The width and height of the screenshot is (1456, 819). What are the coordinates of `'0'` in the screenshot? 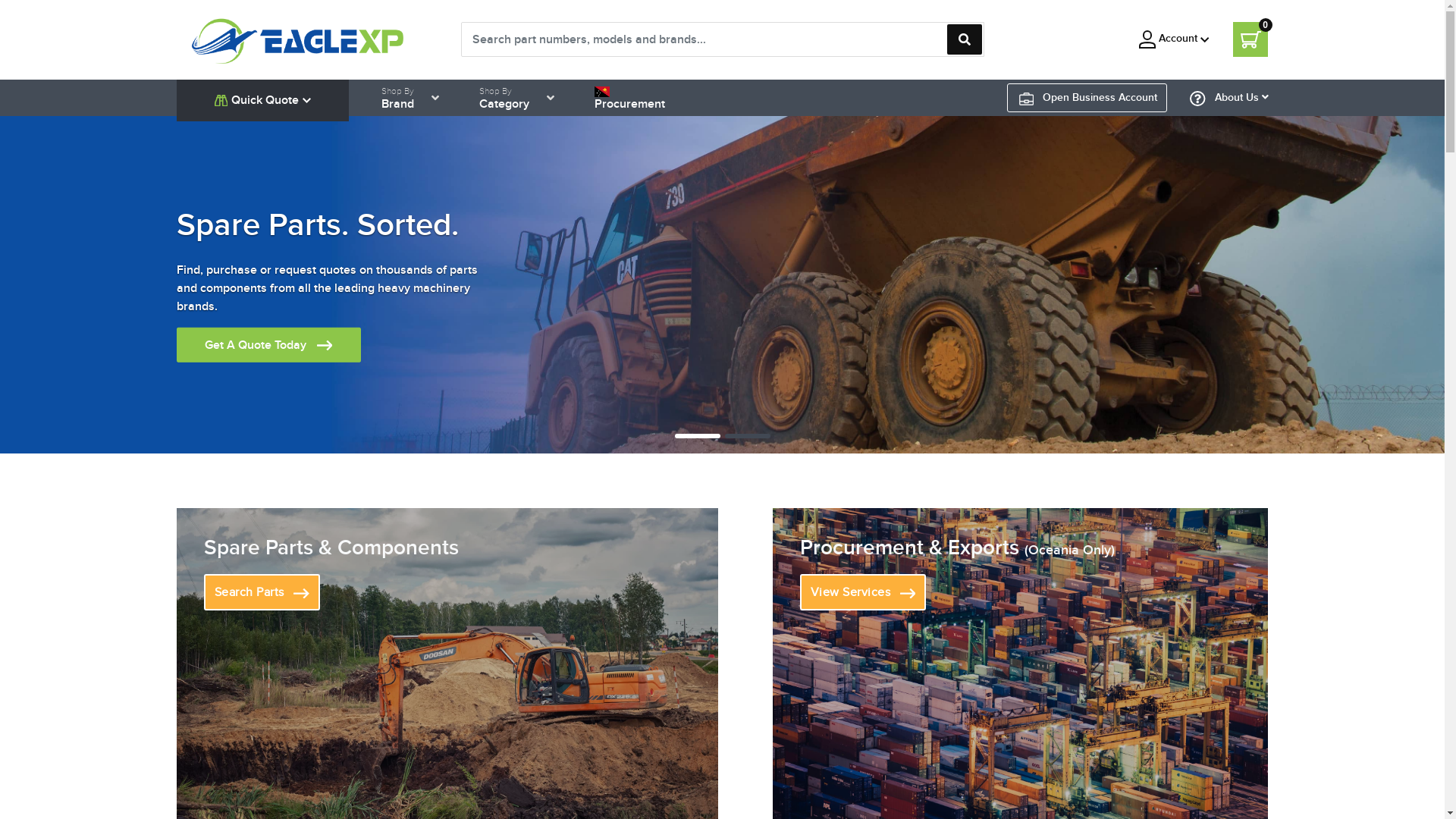 It's located at (1250, 38).